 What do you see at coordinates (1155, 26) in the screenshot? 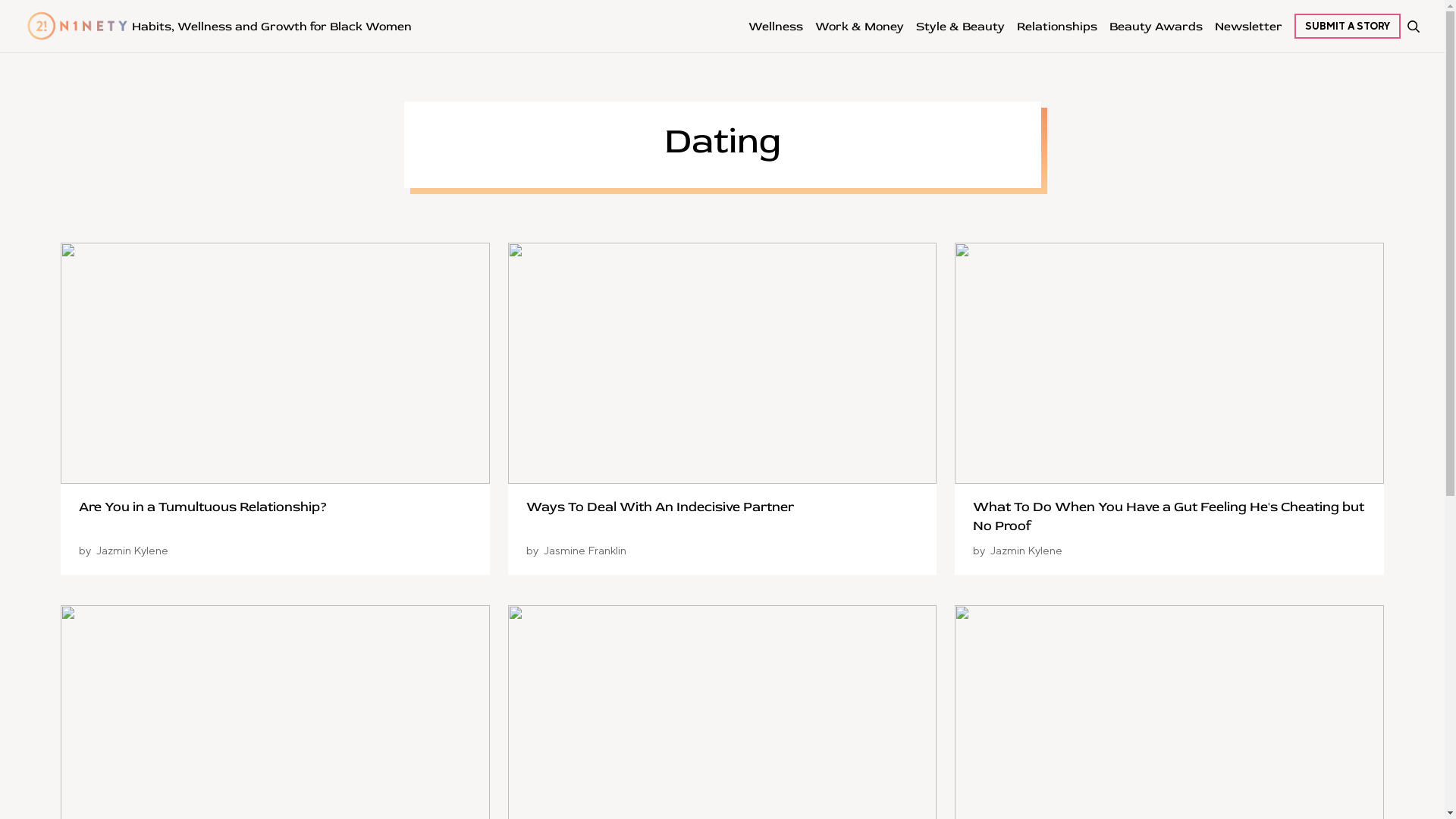
I see `'Beauty Awards'` at bounding box center [1155, 26].